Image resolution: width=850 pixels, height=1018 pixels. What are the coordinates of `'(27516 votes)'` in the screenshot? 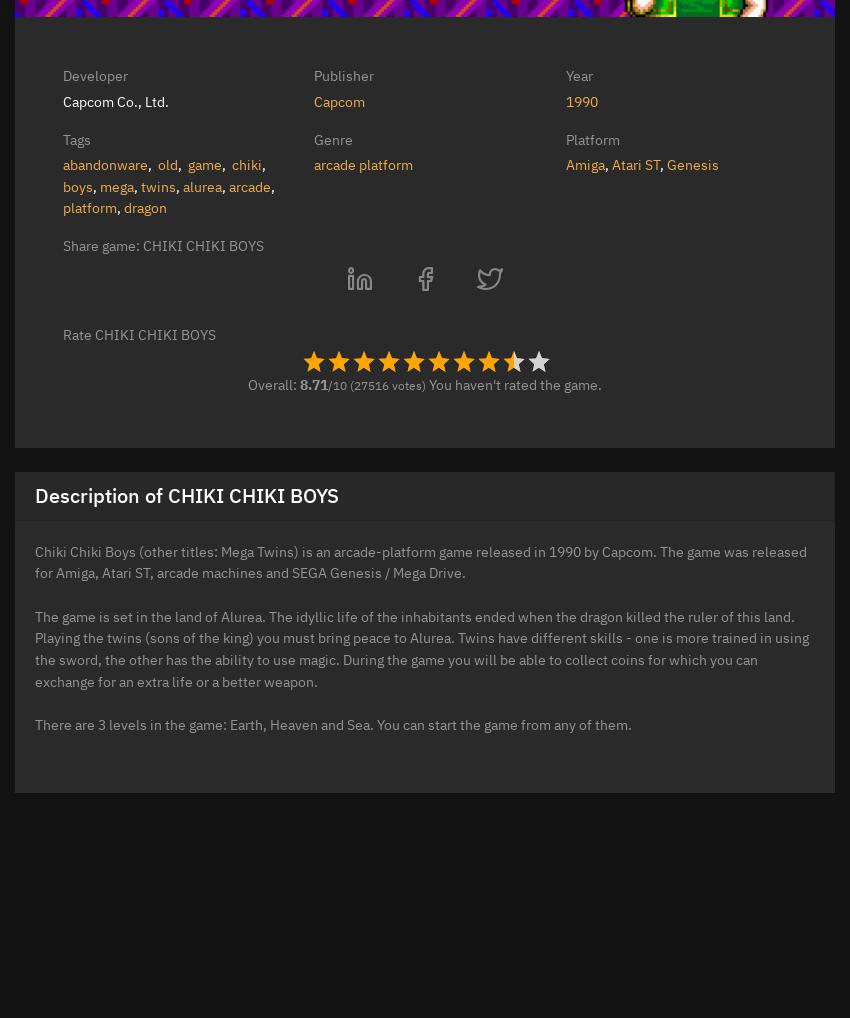 It's located at (388, 385).